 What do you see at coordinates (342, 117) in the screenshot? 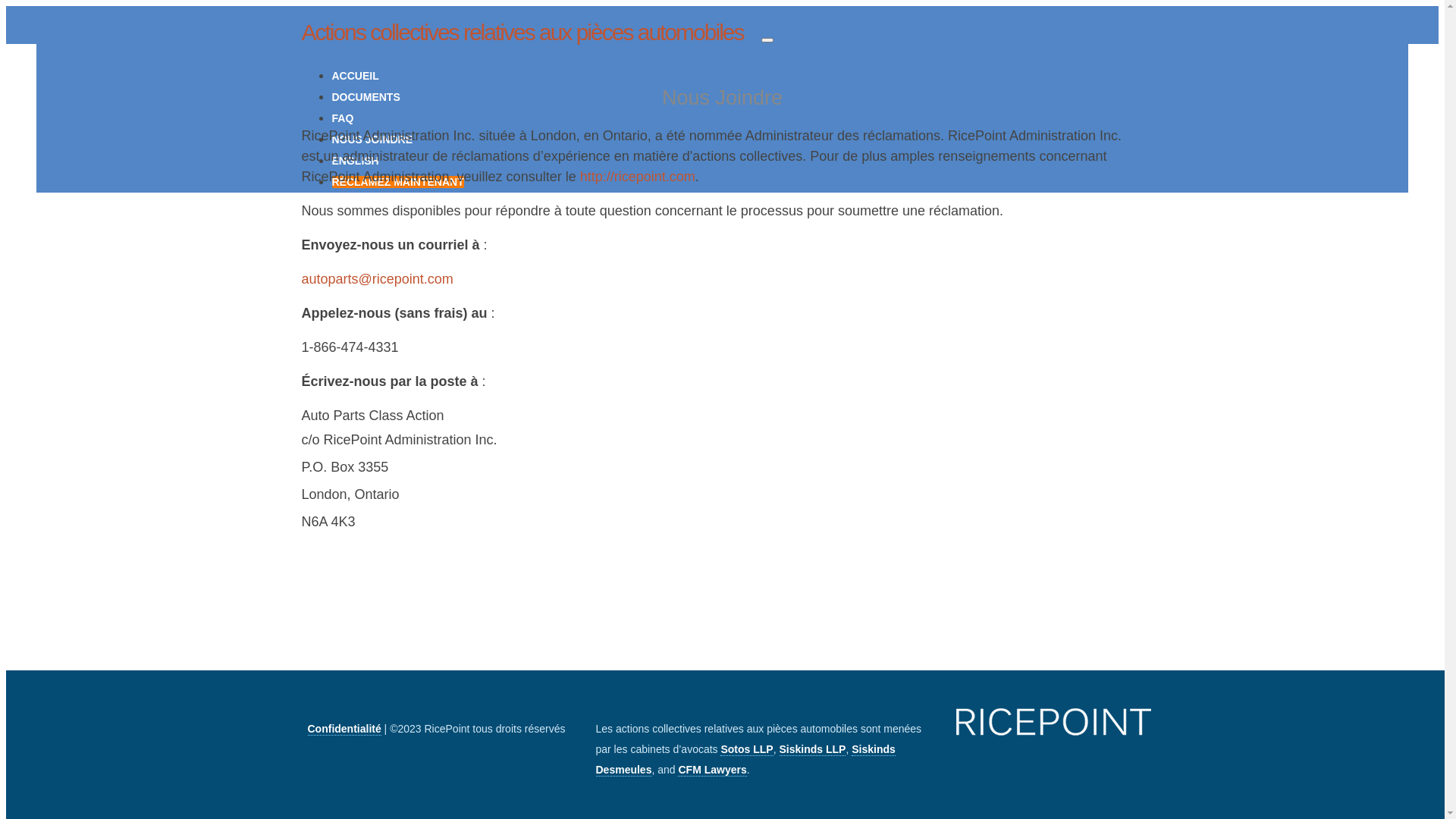
I see `'FAQ'` at bounding box center [342, 117].